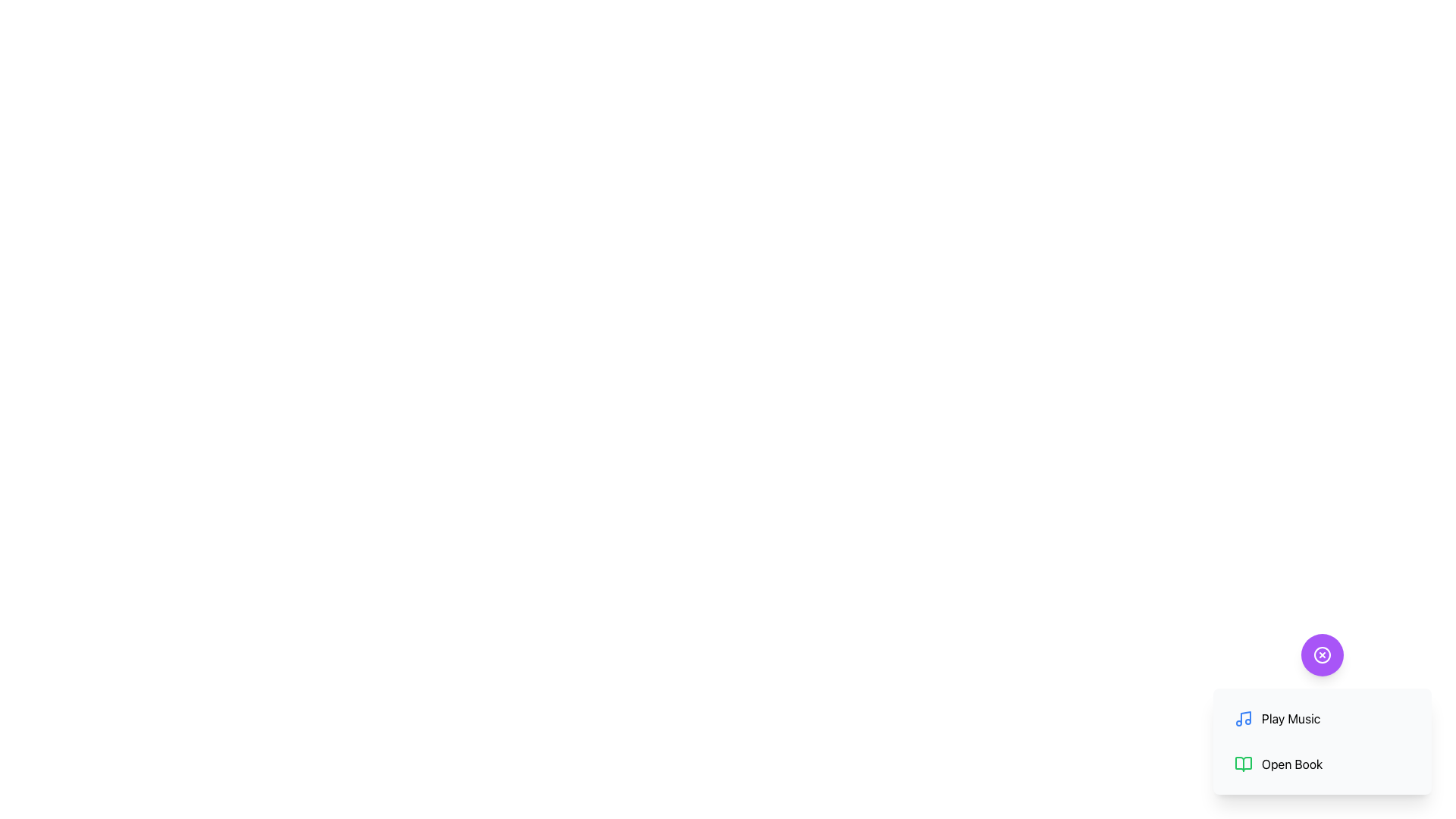 The image size is (1456, 819). I want to click on the first interactive row in the popup menu that allows users to play music, located at the bottom-right corner of the viewport, directly below a circular purple button, so click(1321, 714).